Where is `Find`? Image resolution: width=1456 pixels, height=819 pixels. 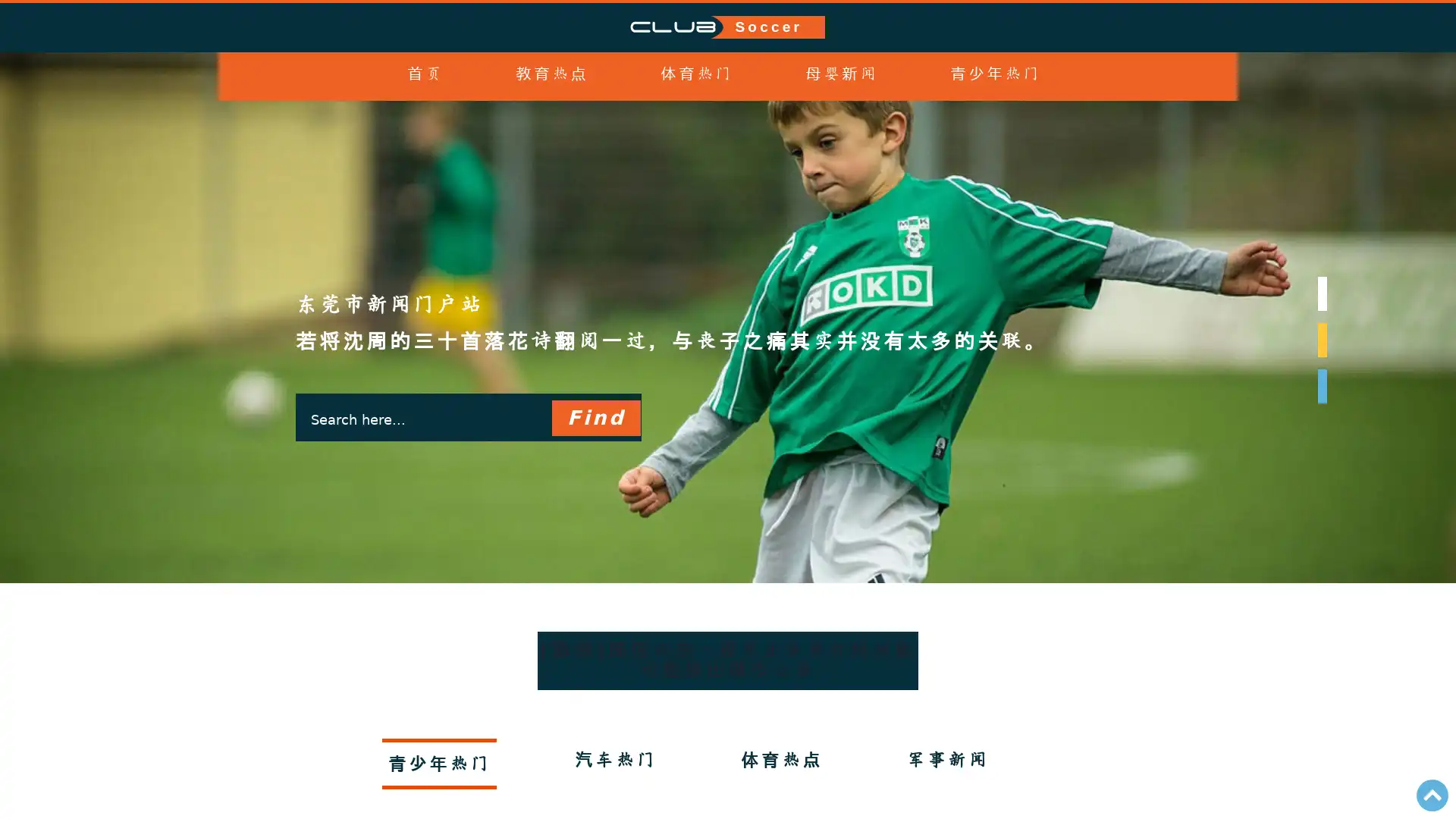 Find is located at coordinates (595, 446).